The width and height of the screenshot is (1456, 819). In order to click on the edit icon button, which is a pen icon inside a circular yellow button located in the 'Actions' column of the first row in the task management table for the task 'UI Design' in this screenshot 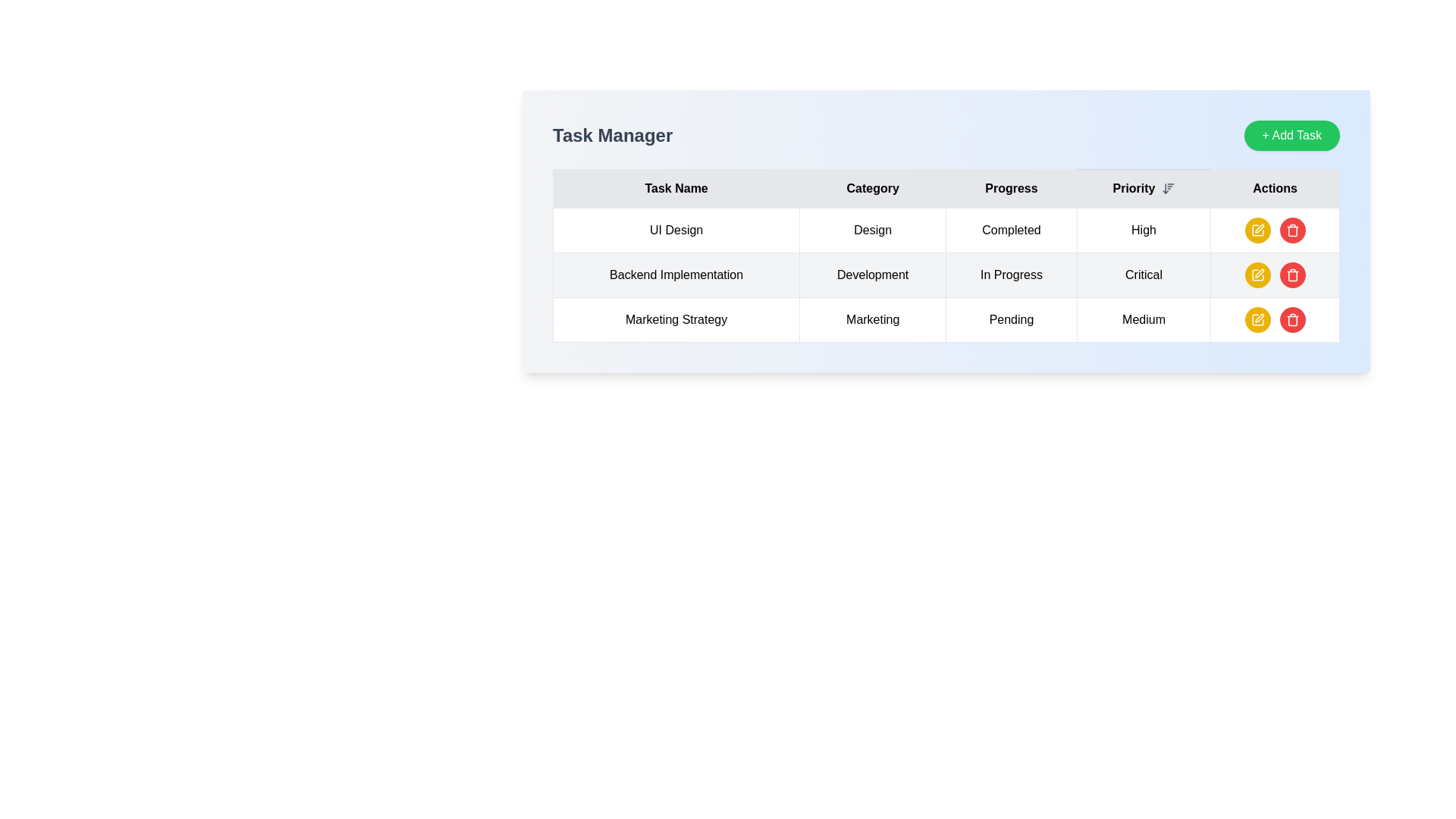, I will do `click(1257, 231)`.